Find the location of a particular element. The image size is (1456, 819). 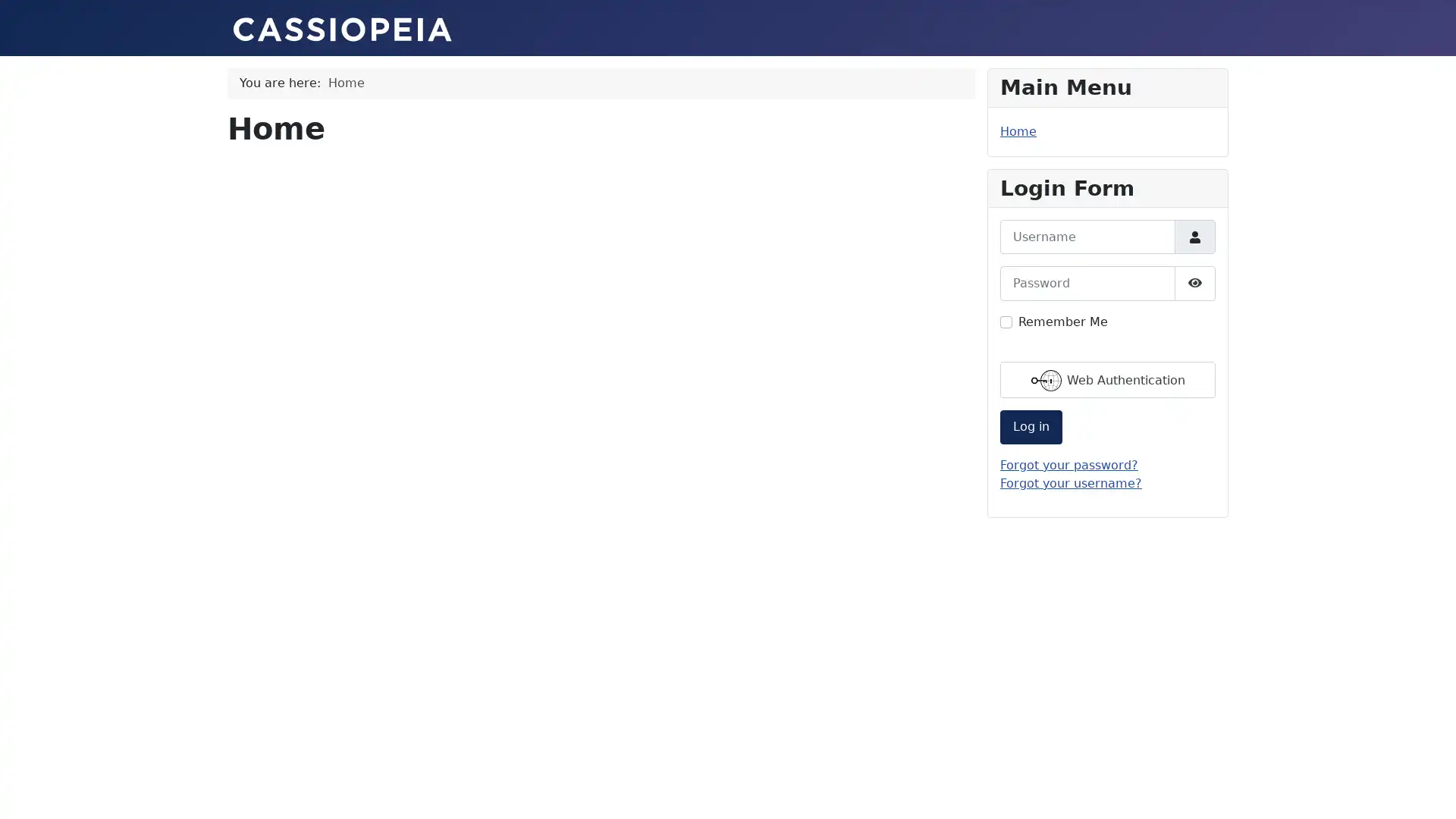

Show Password is located at coordinates (1194, 283).